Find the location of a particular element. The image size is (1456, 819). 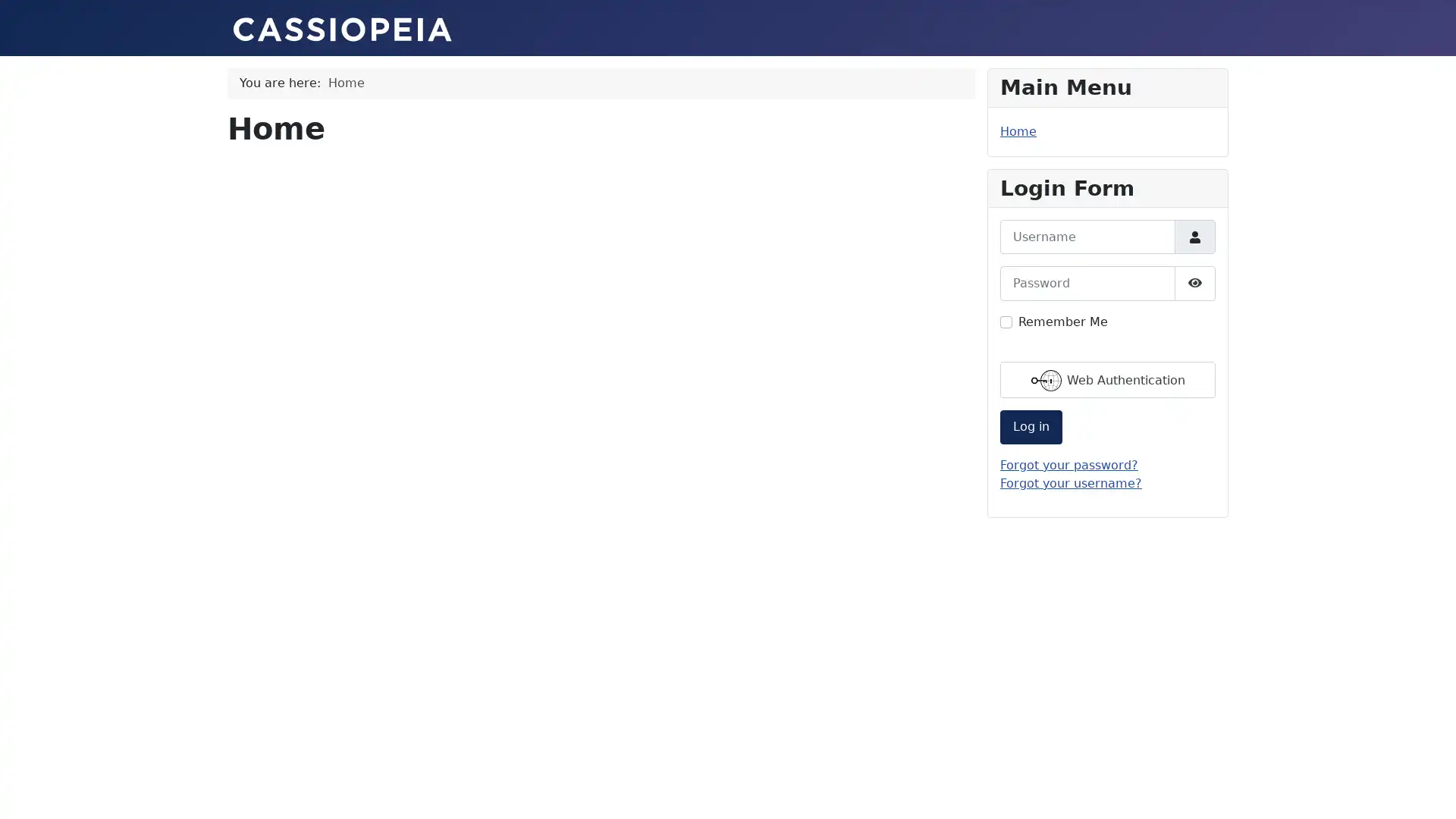

Show Password is located at coordinates (1194, 283).